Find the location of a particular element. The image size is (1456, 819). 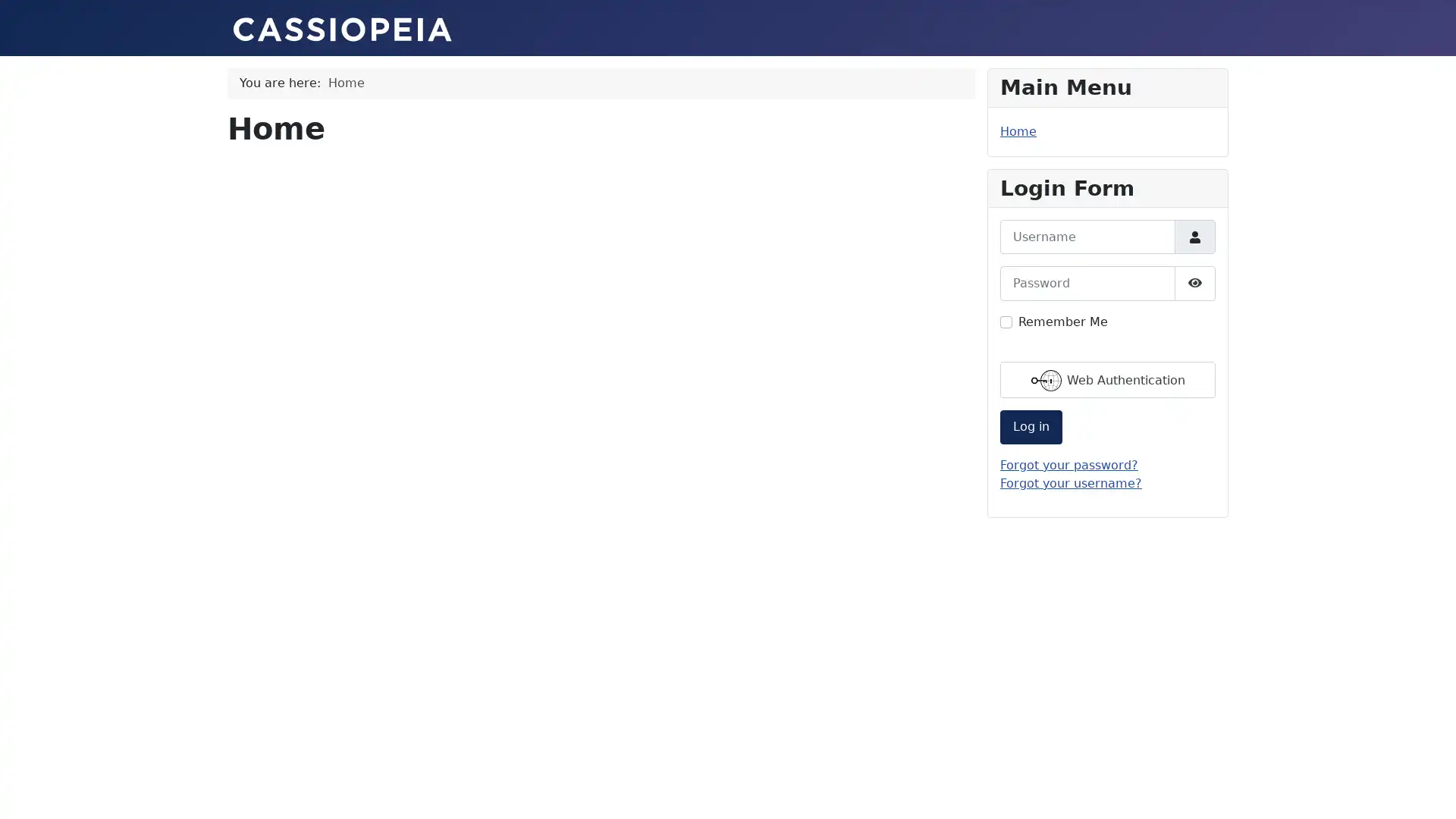

Show Password is located at coordinates (1194, 283).